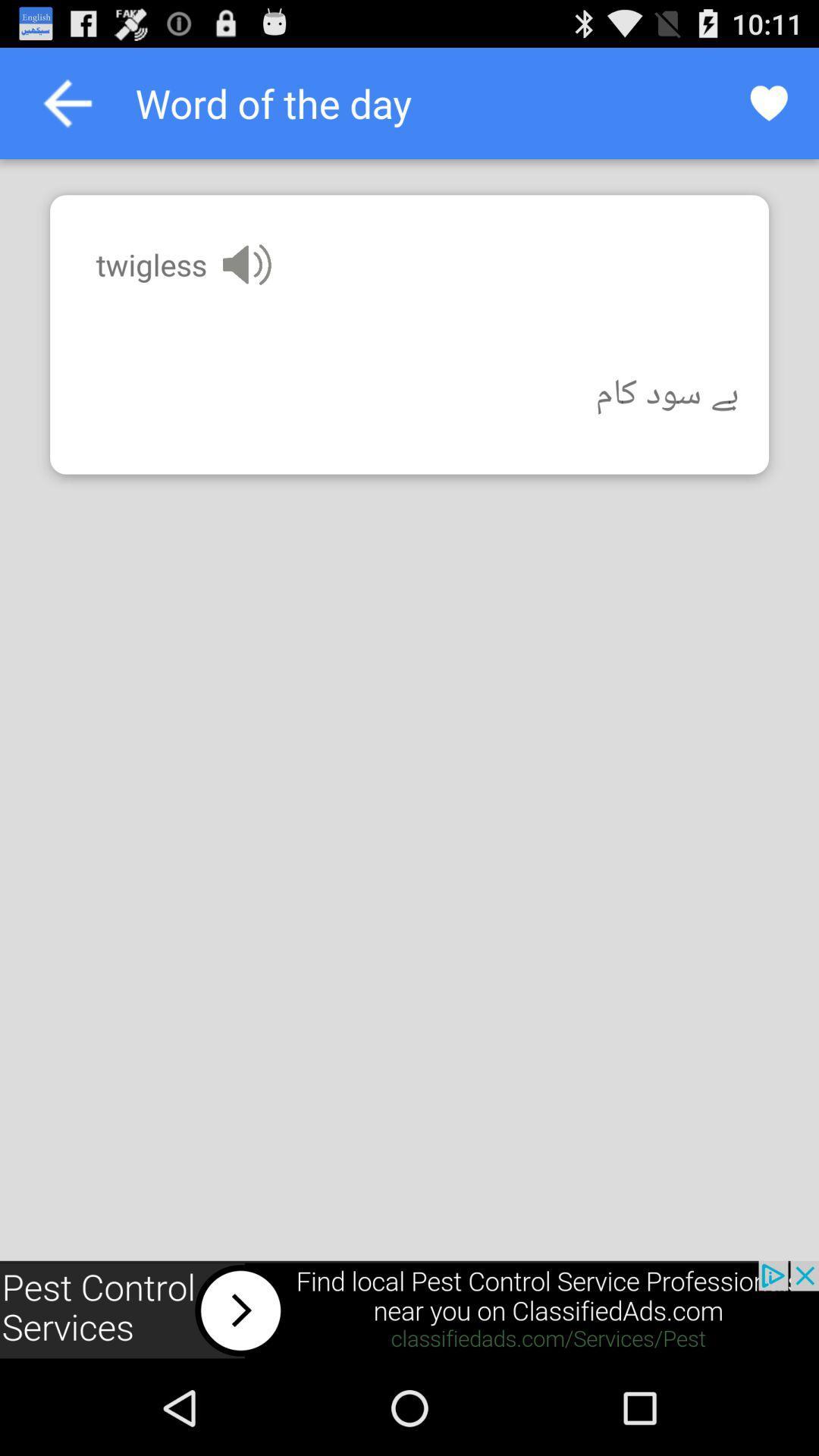 The height and width of the screenshot is (1456, 819). Describe the element at coordinates (409, 1310) in the screenshot. I see `advertisement about pest control services` at that location.